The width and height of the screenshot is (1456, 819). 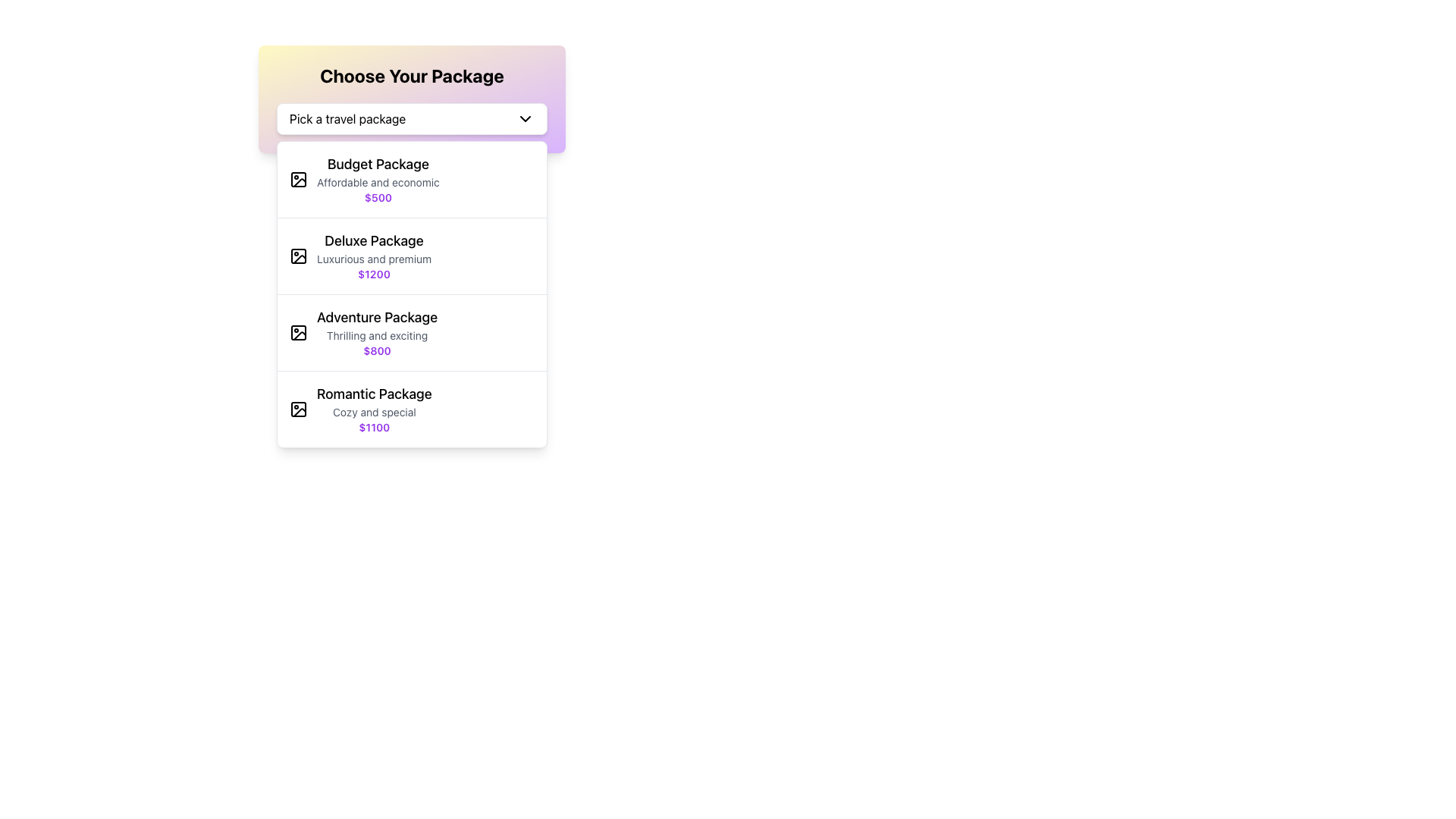 I want to click on text label indicating the current selection in the dropdown menu, which is horizontally centered in the menu header and located to the left of a down-chevron icon, so click(x=347, y=118).